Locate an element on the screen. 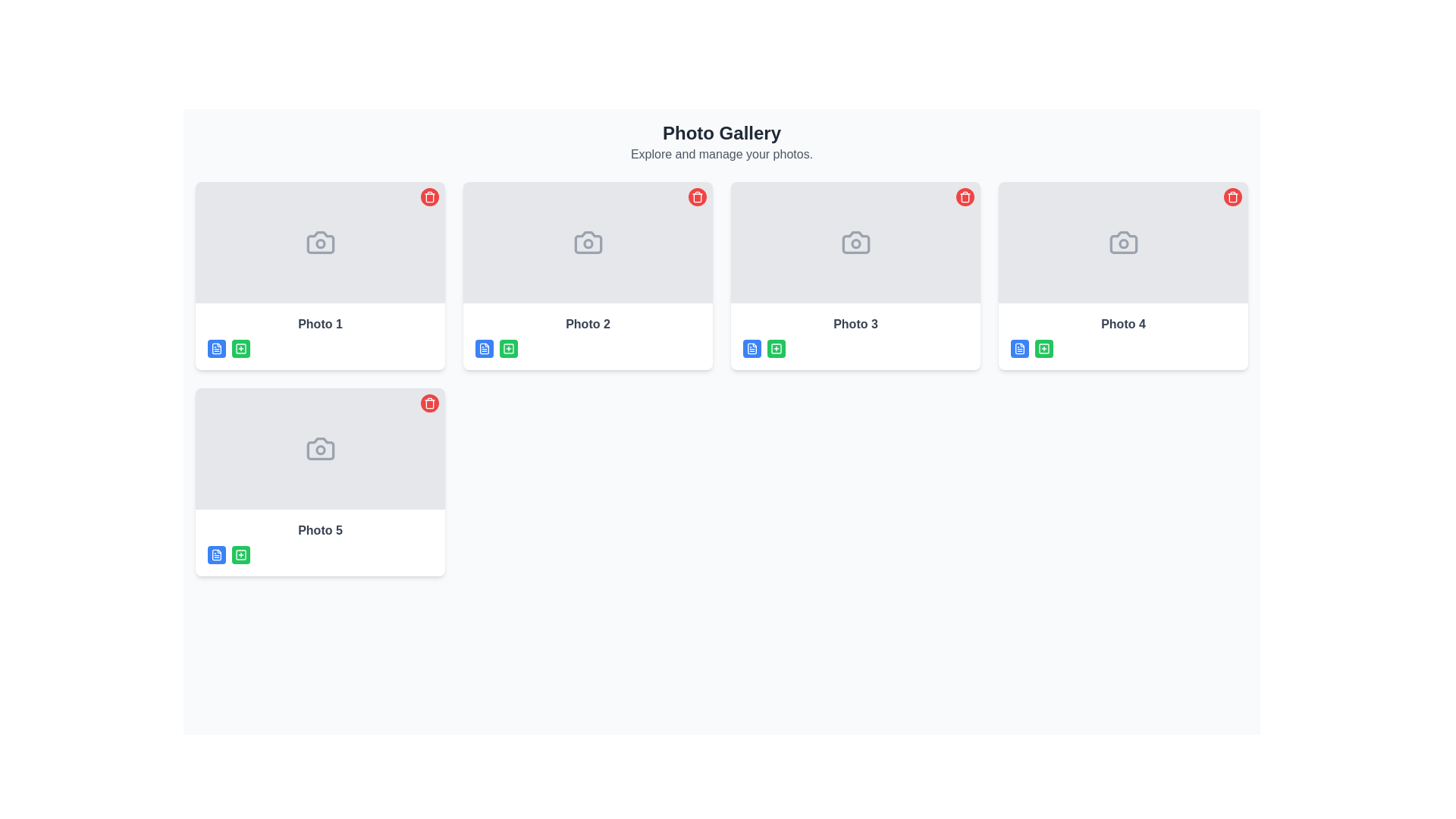 The image size is (1456, 819). the static text label identifying the photo depicted in the associated card above it, which is located below the third card from the left in the photo gallery interface is located at coordinates (855, 324).